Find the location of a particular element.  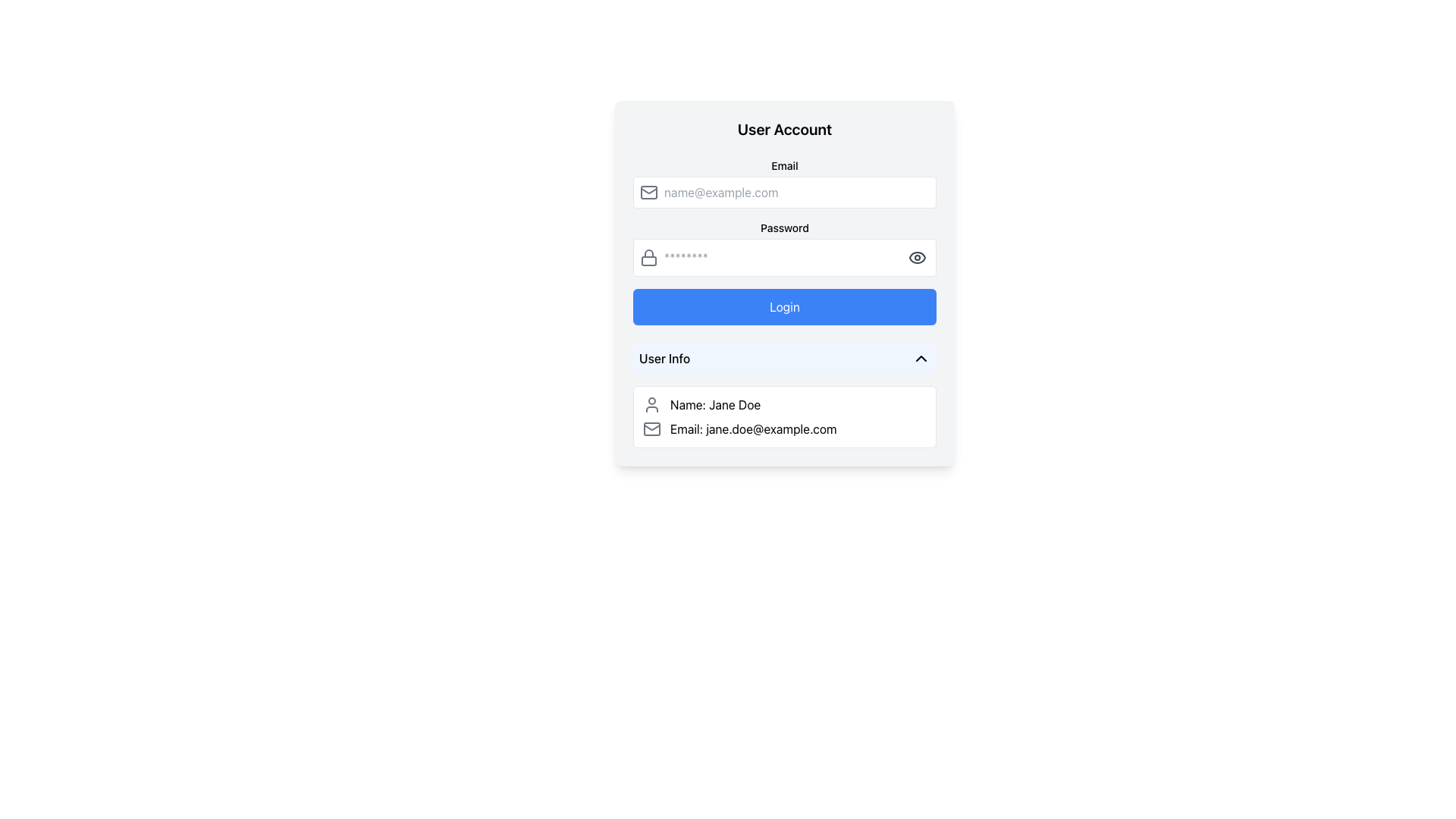

the Static Text Header that indicates the form's purpose for managing or viewing a user account, positioned at the top center of the form is located at coordinates (785, 128).